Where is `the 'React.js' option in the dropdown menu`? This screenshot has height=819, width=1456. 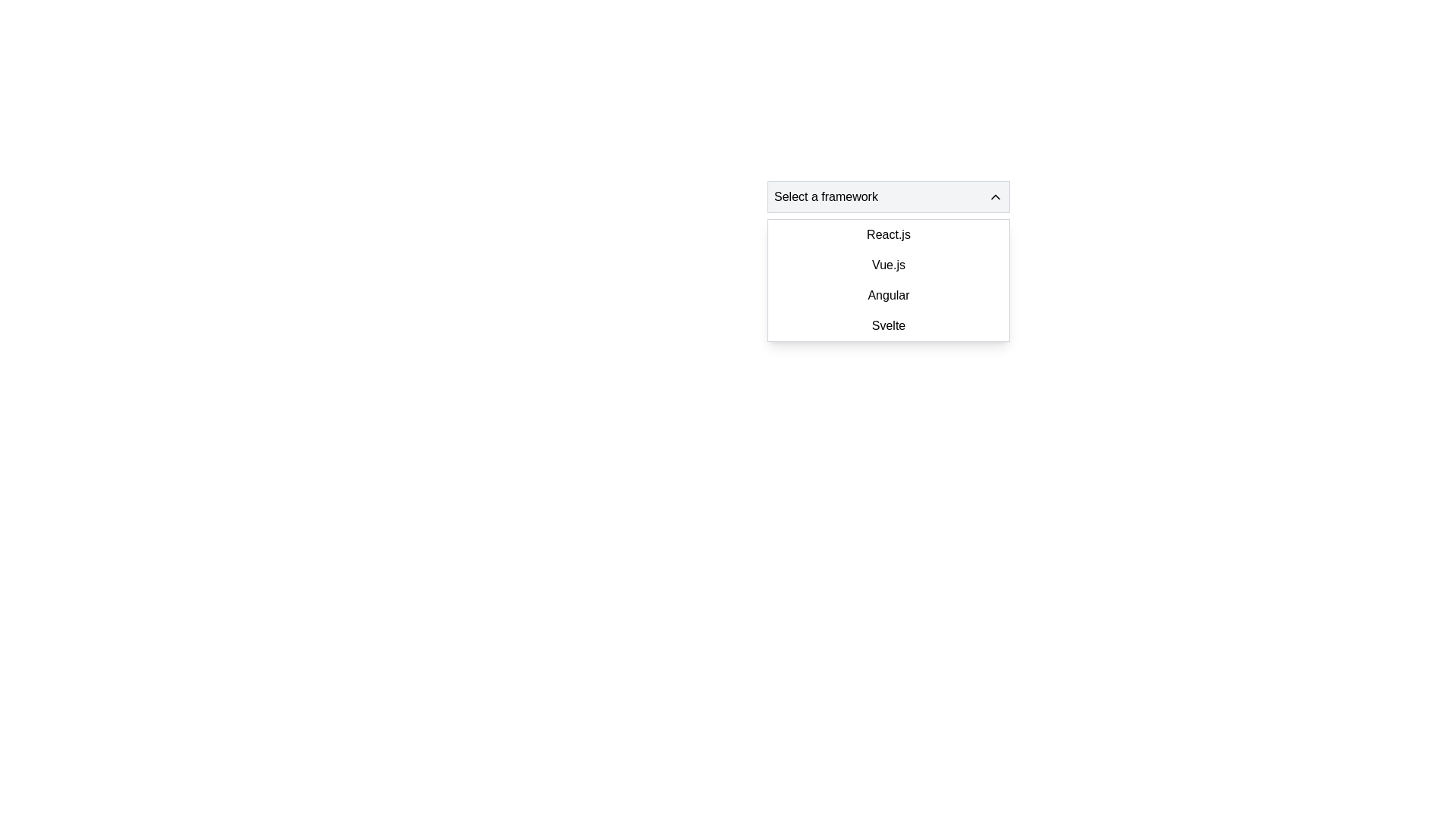
the 'React.js' option in the dropdown menu is located at coordinates (888, 234).